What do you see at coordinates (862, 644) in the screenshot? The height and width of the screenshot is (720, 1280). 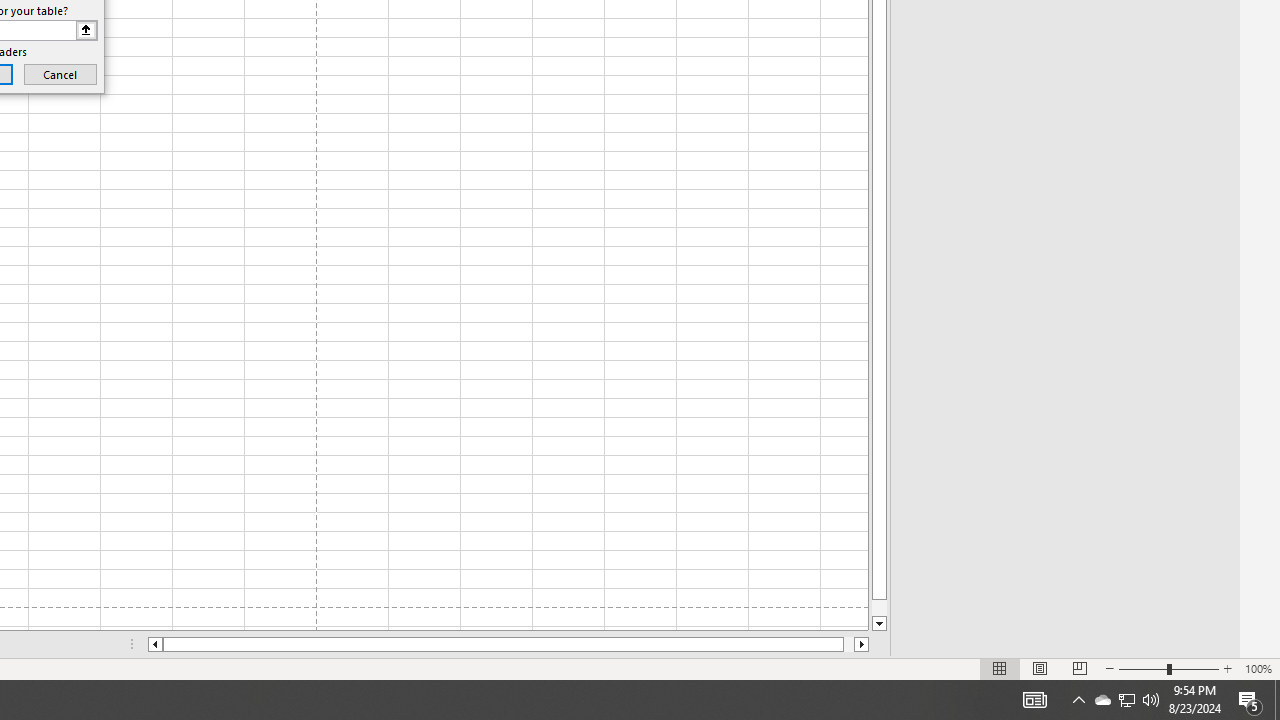 I see `'Column right'` at bounding box center [862, 644].